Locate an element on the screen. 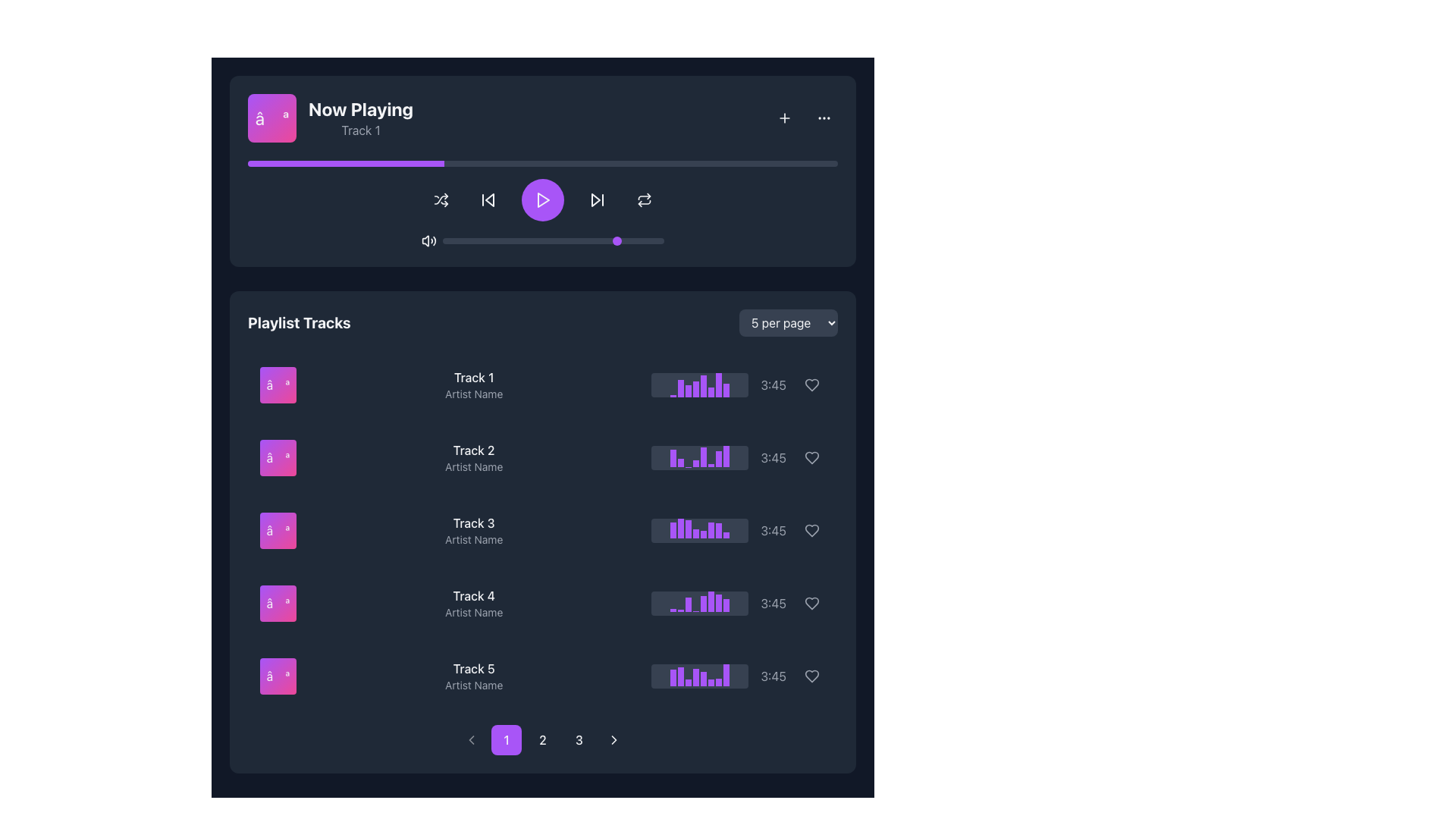 The width and height of the screenshot is (1456, 819). the seventh graphical bar representing metrics for 'Track 2' in the bar graph is located at coordinates (718, 458).